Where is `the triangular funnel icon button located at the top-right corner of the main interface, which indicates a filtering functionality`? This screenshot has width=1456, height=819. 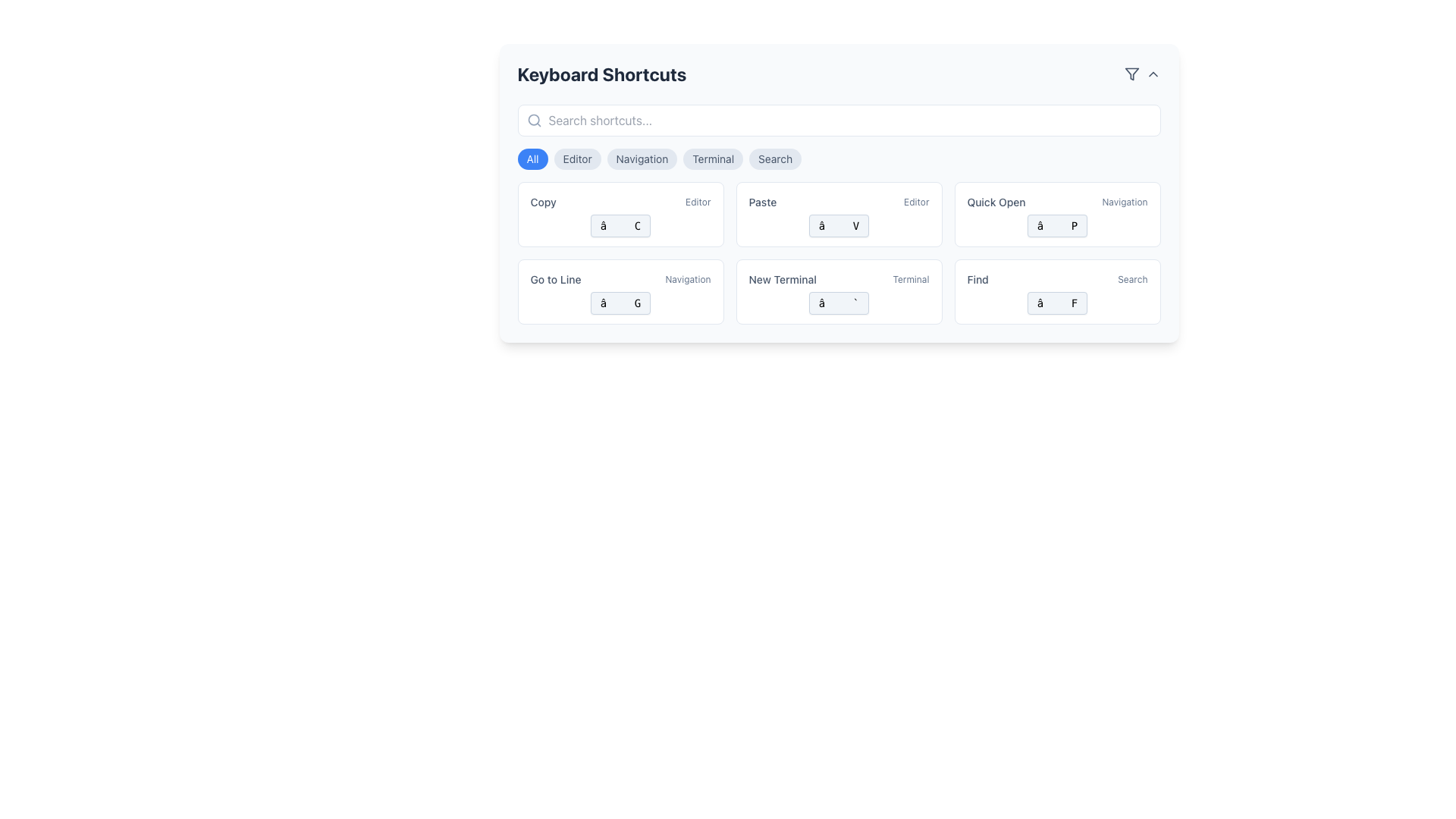 the triangular funnel icon button located at the top-right corner of the main interface, which indicates a filtering functionality is located at coordinates (1131, 74).